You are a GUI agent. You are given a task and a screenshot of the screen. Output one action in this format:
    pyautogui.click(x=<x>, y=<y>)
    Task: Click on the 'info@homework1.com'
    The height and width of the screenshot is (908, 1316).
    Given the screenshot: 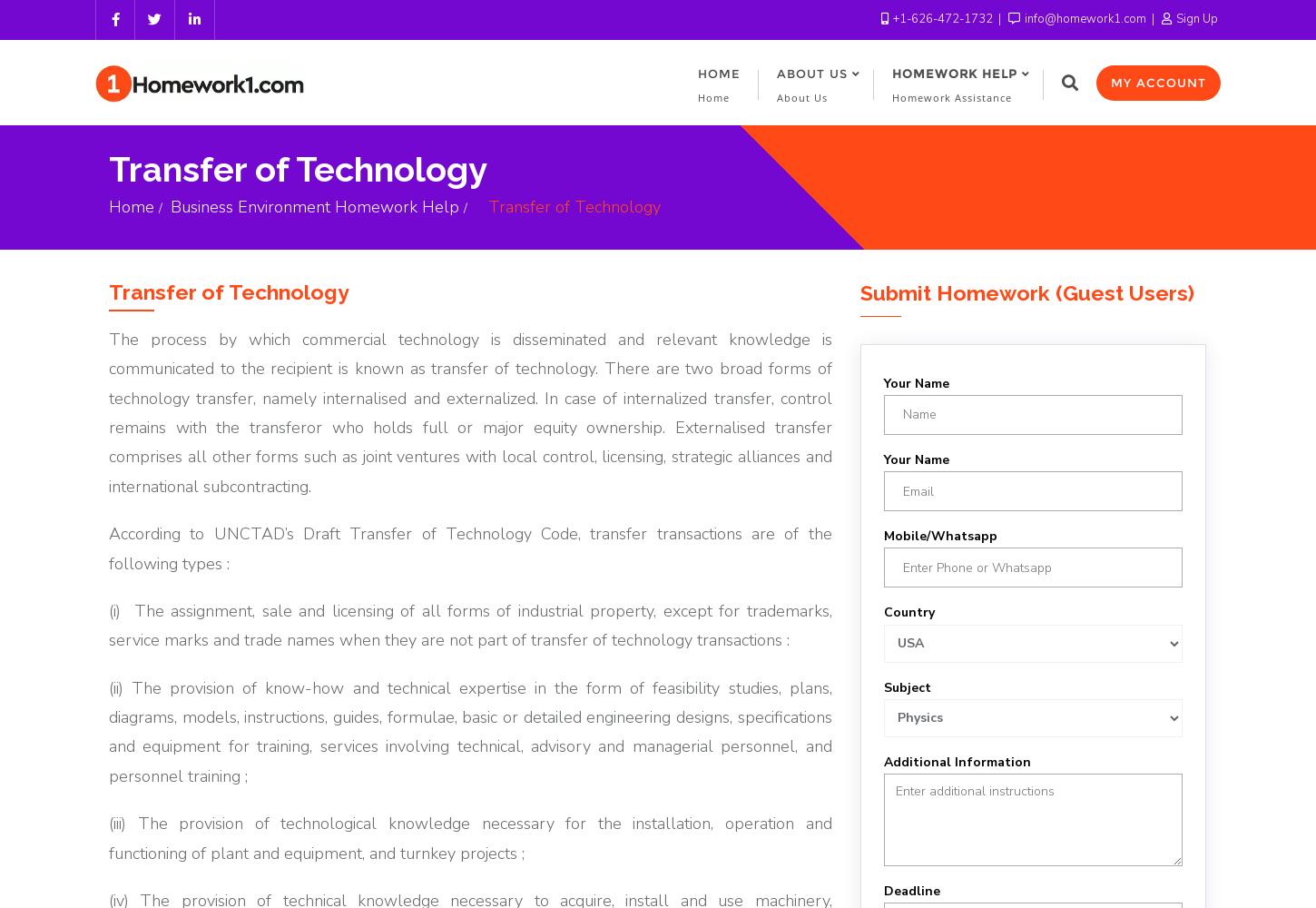 What is the action you would take?
    pyautogui.click(x=1083, y=19)
    